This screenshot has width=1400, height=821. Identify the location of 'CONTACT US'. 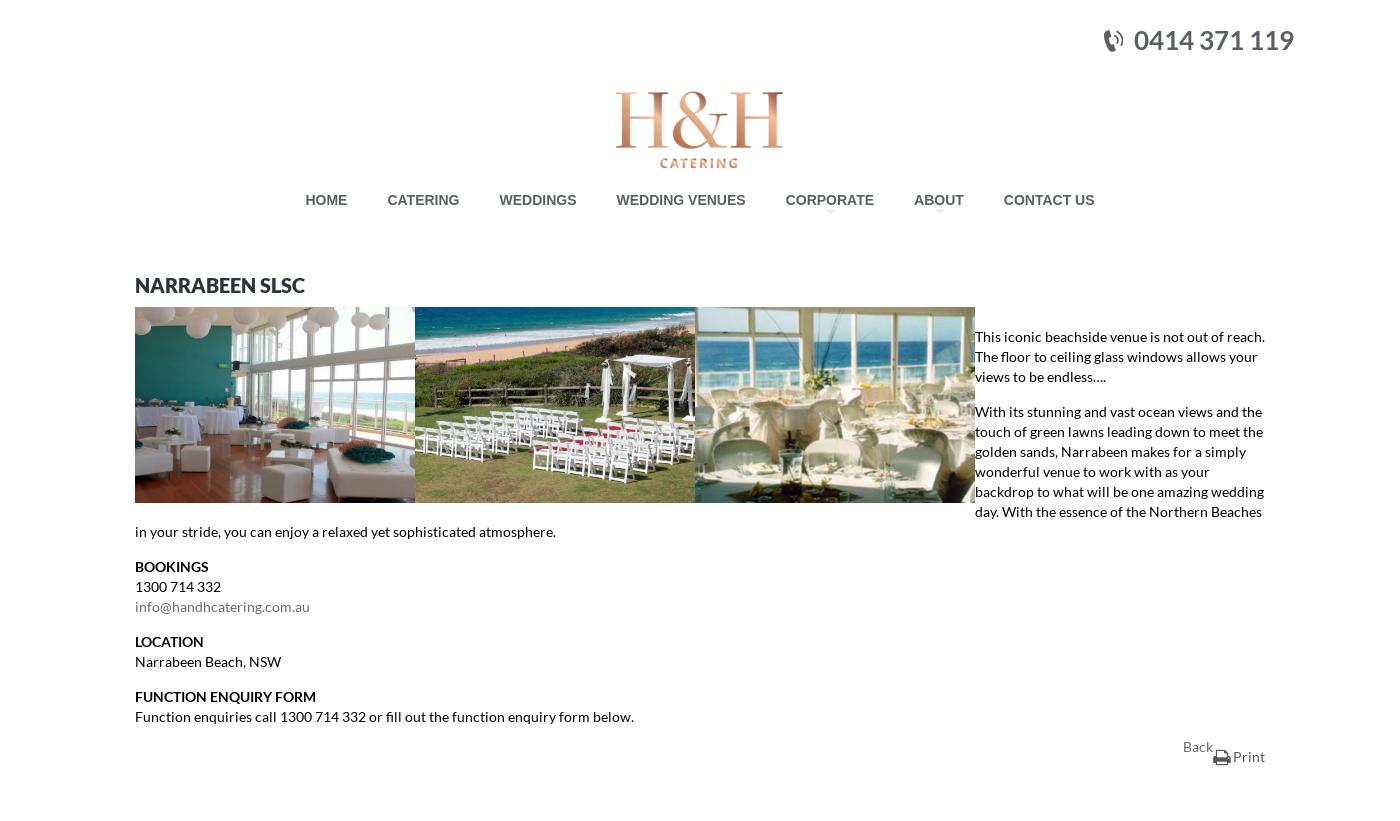
(1002, 198).